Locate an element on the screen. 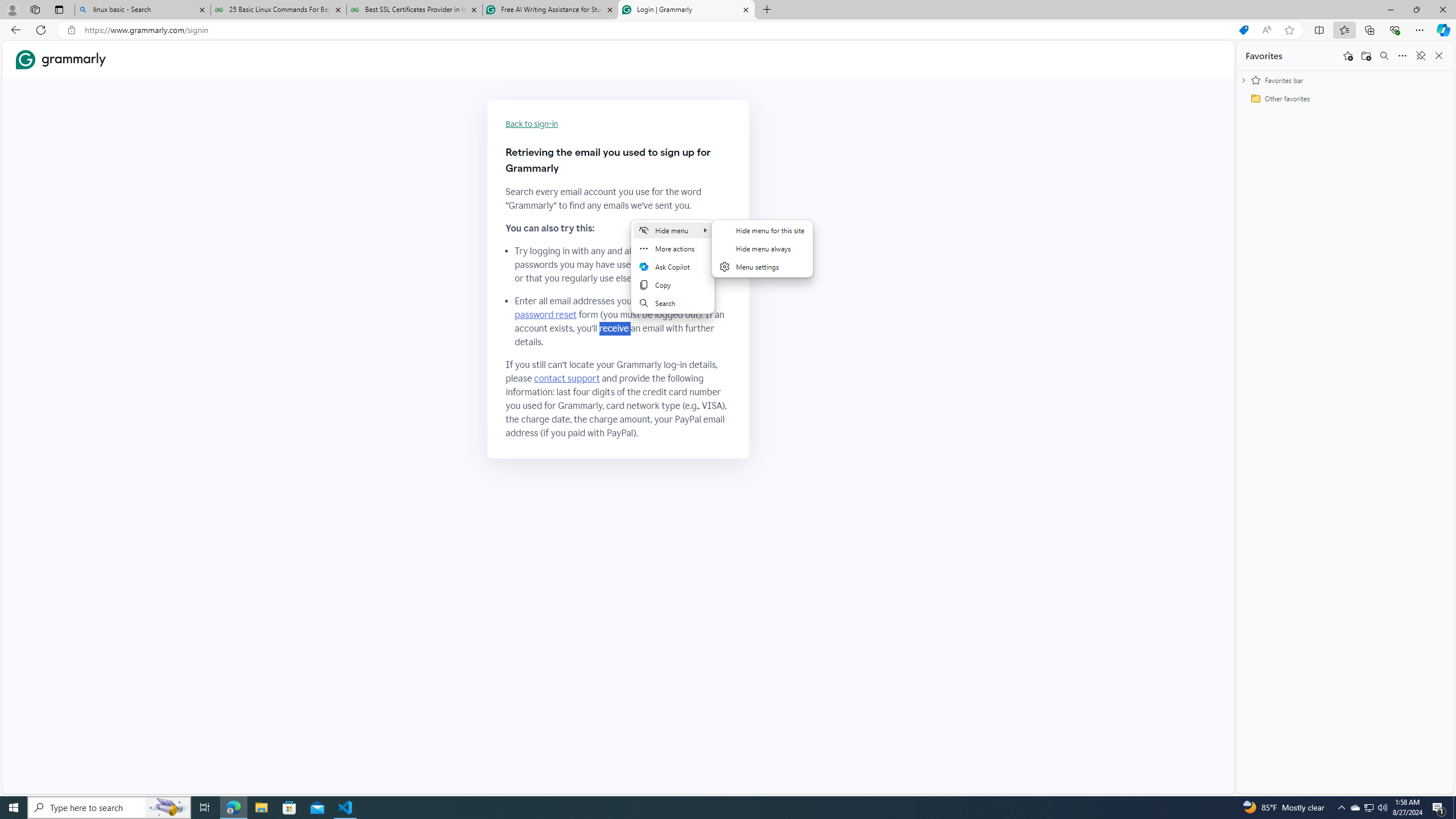  'Mini menu on text selection' is located at coordinates (672, 272).